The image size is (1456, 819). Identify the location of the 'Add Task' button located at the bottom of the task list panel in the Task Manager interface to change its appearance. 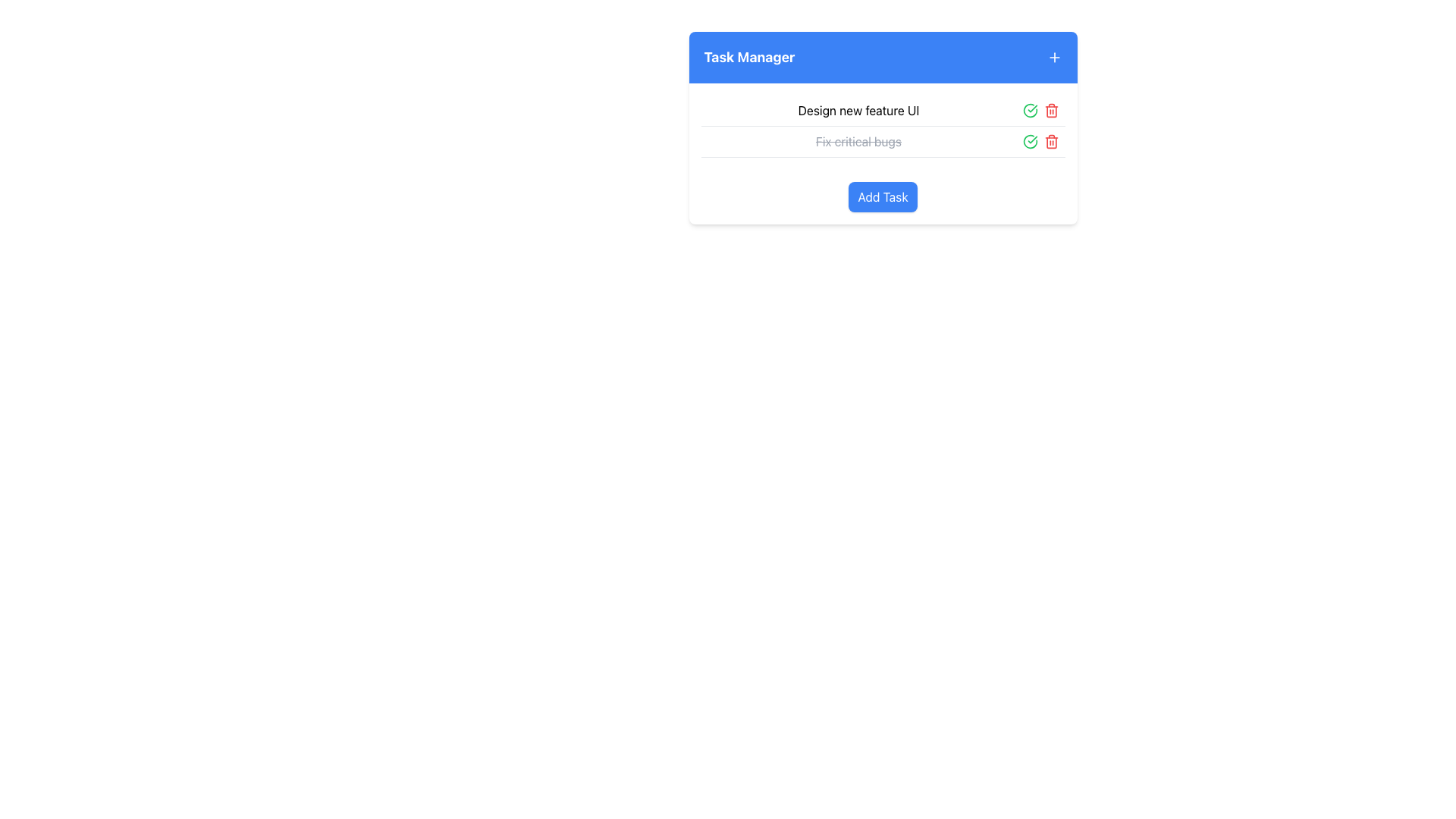
(883, 196).